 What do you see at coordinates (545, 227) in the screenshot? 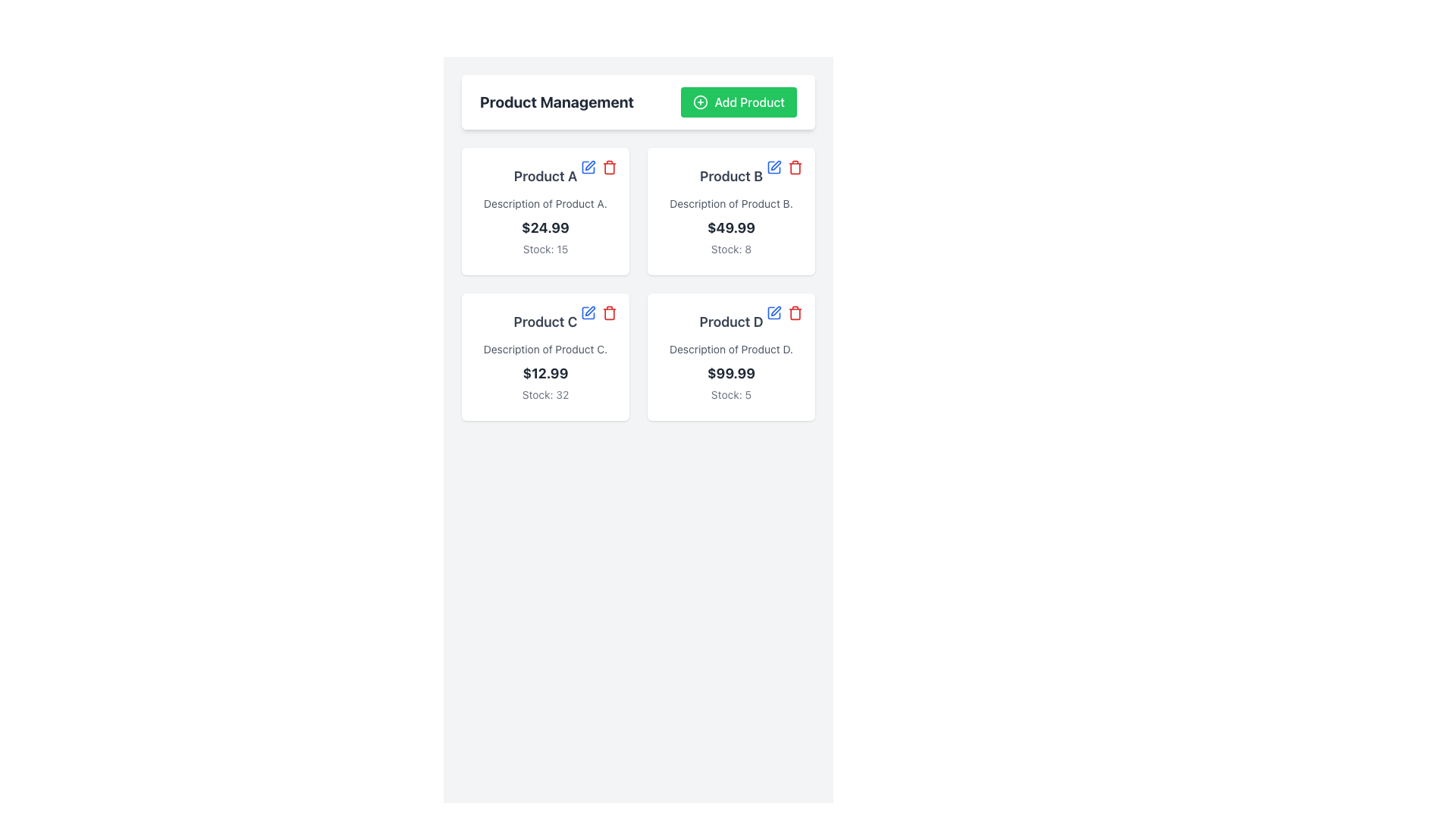
I see `price information displayed in bold, large text as '$24.99' located in the product card for 'Product A' beneath the product description` at bounding box center [545, 227].